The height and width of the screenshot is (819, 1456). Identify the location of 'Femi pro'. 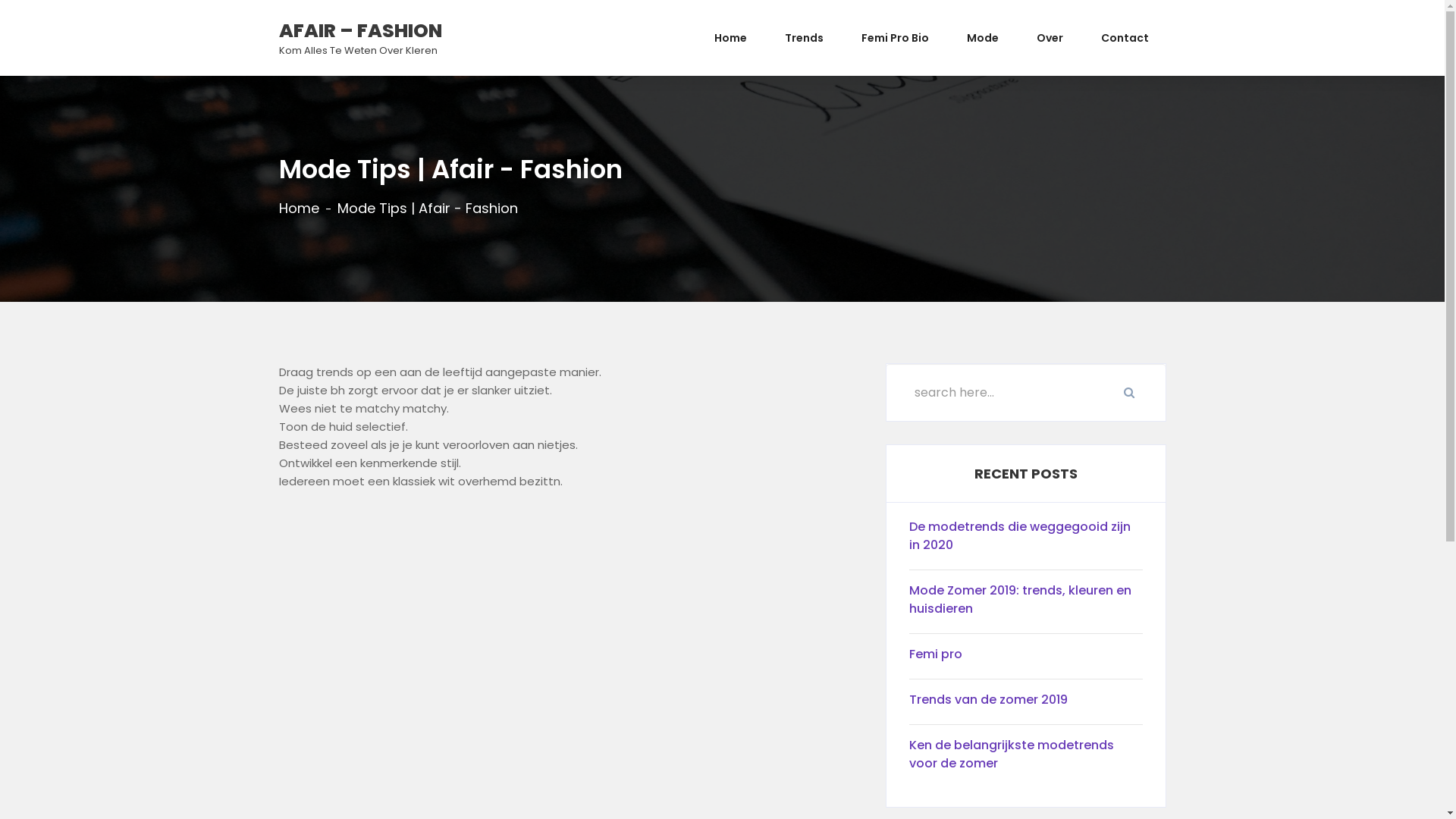
(908, 657).